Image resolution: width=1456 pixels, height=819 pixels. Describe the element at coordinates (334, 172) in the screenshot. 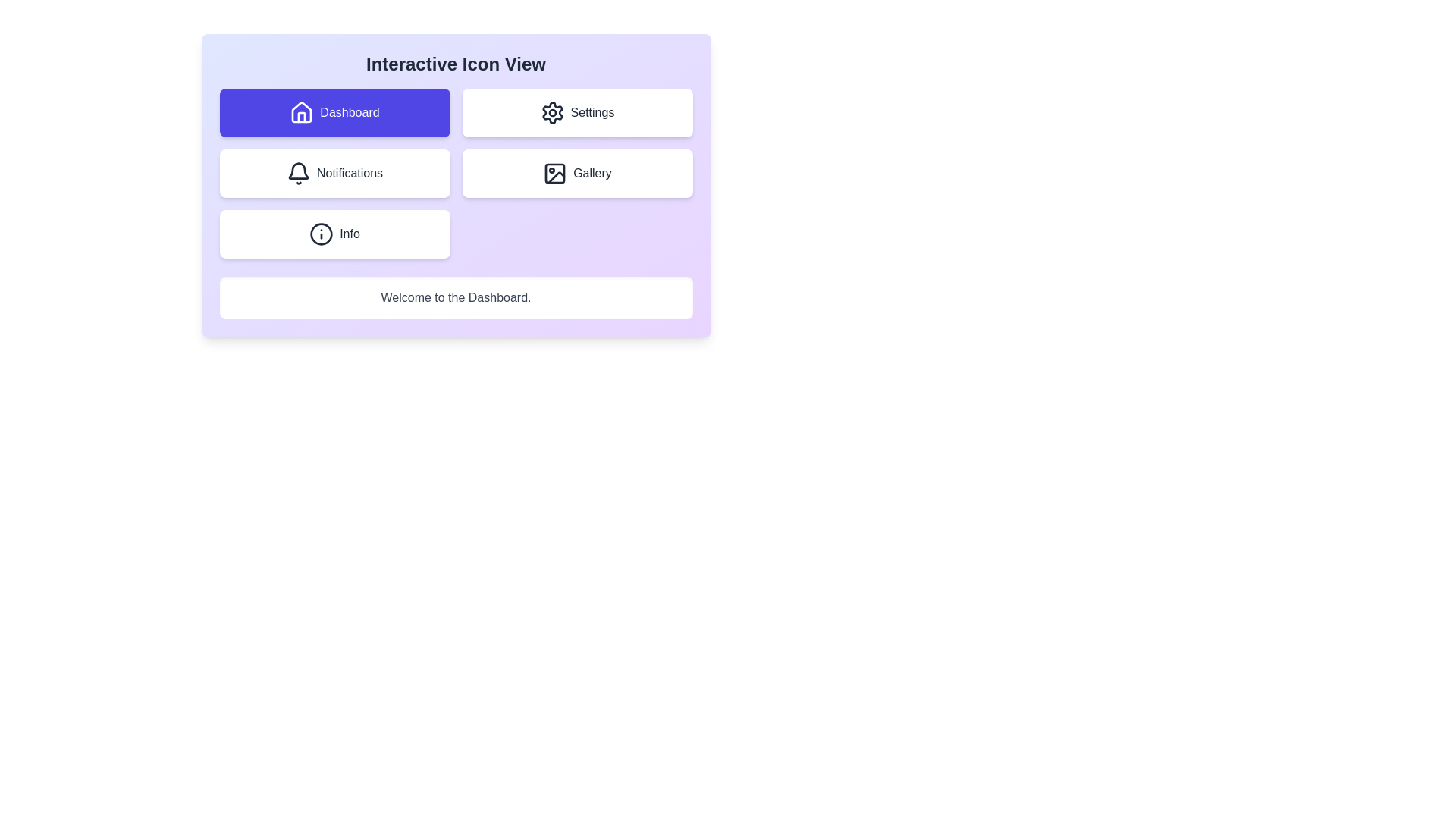

I see `the button located in the bottom-left quadrant of the grid layout, specifically in the second row first column` at that location.